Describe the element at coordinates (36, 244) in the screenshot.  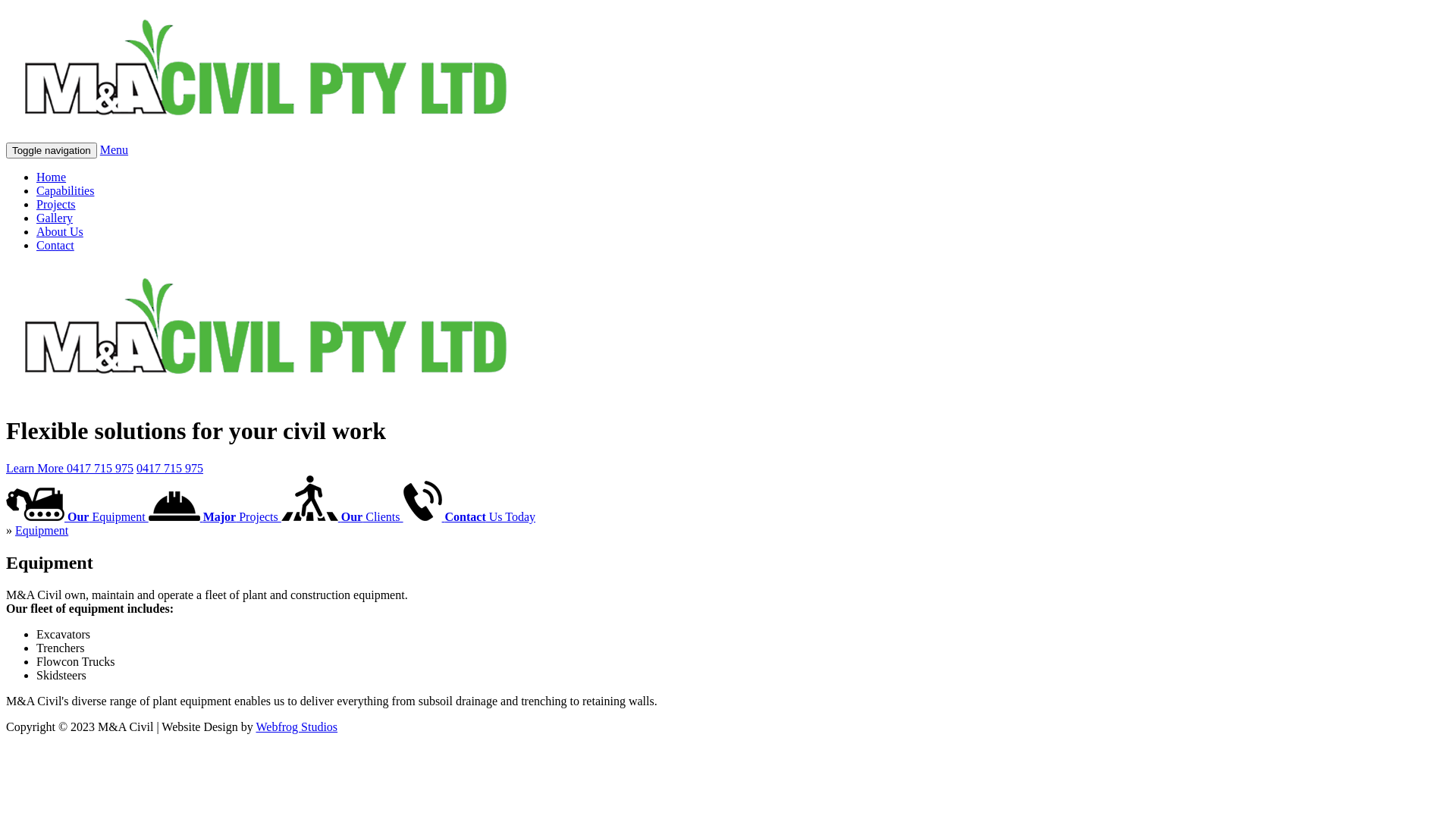
I see `'Contact'` at that location.